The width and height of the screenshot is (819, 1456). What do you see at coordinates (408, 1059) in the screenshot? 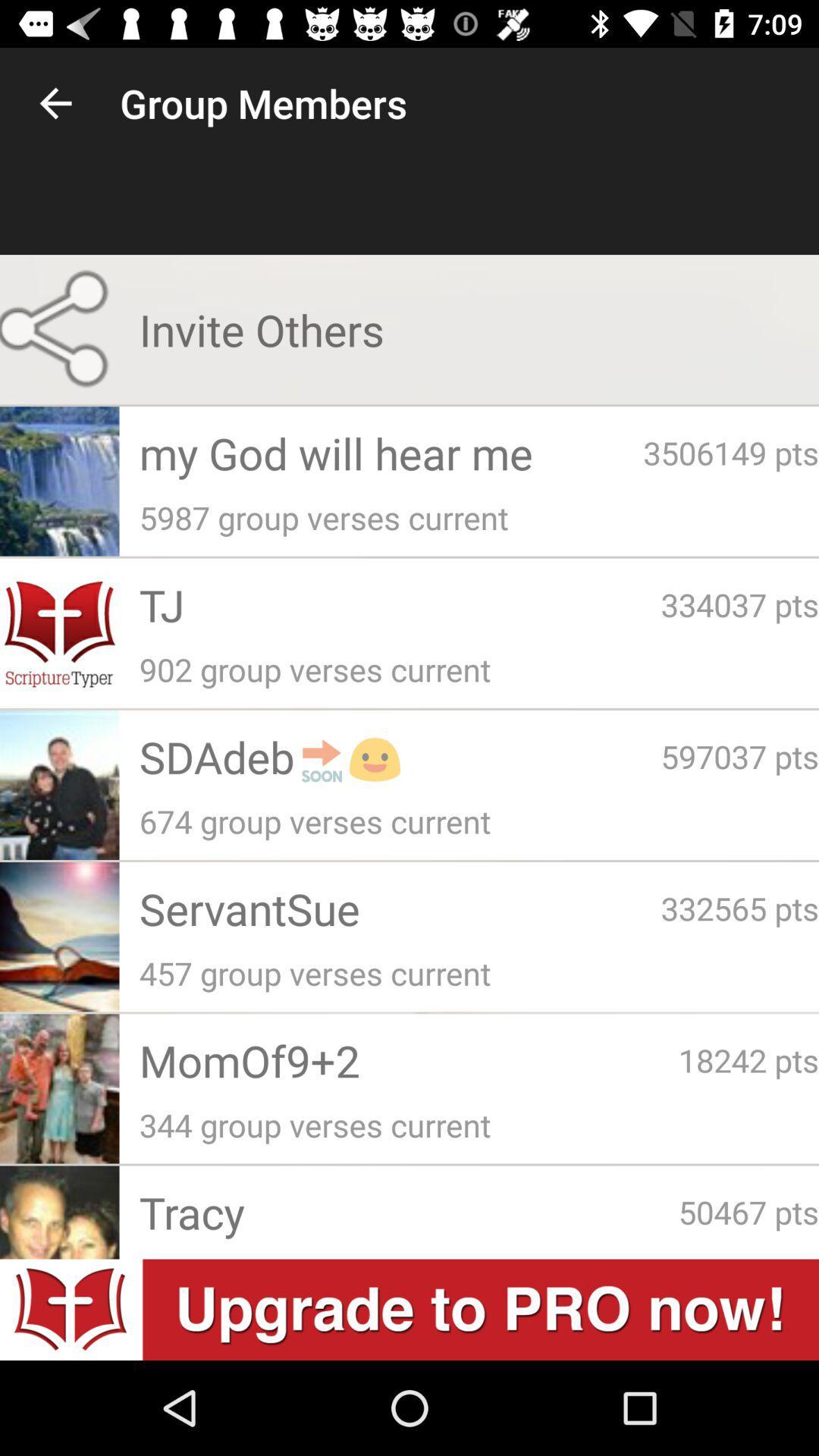
I see `the icon next to the 18242 pts app` at bounding box center [408, 1059].